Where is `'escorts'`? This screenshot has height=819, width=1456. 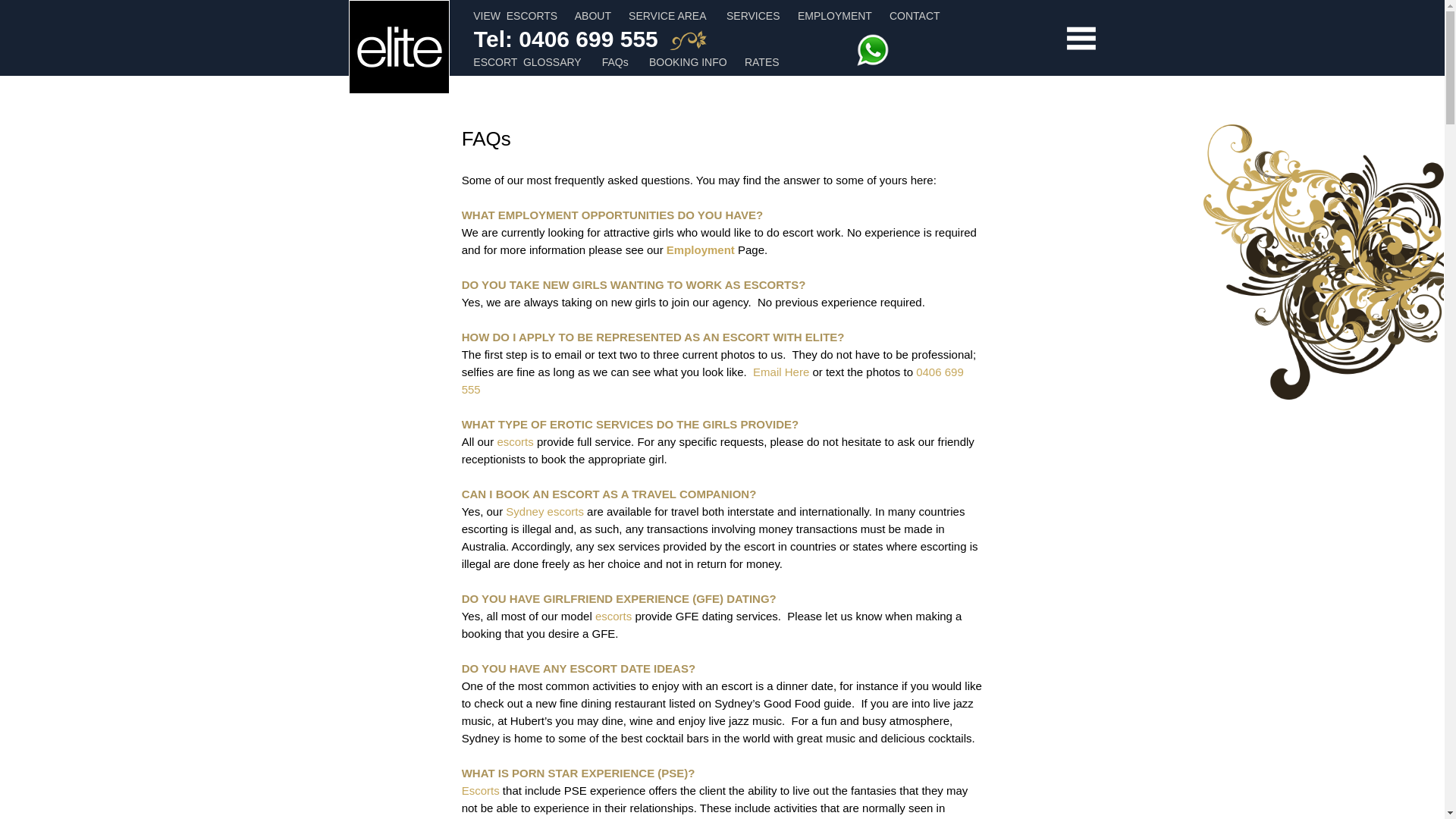
'escorts' is located at coordinates (496, 441).